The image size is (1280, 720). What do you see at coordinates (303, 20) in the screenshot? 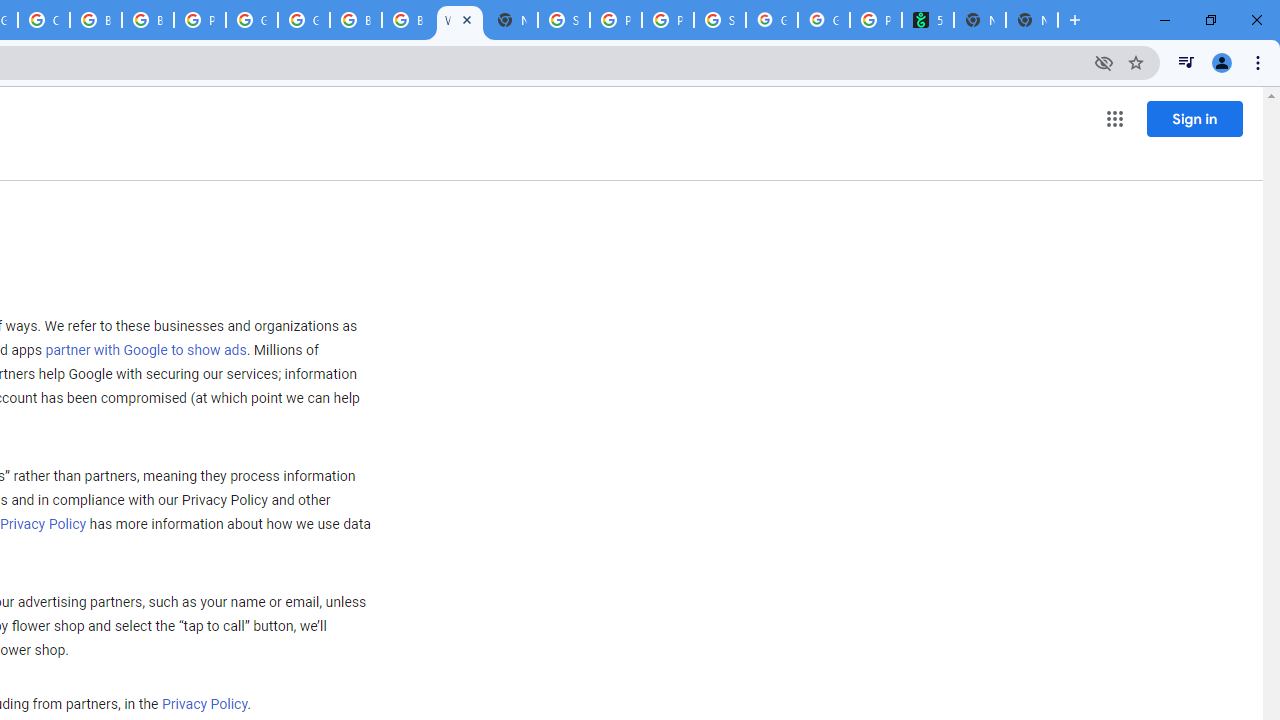
I see `'Google Cloud Platform'` at bounding box center [303, 20].